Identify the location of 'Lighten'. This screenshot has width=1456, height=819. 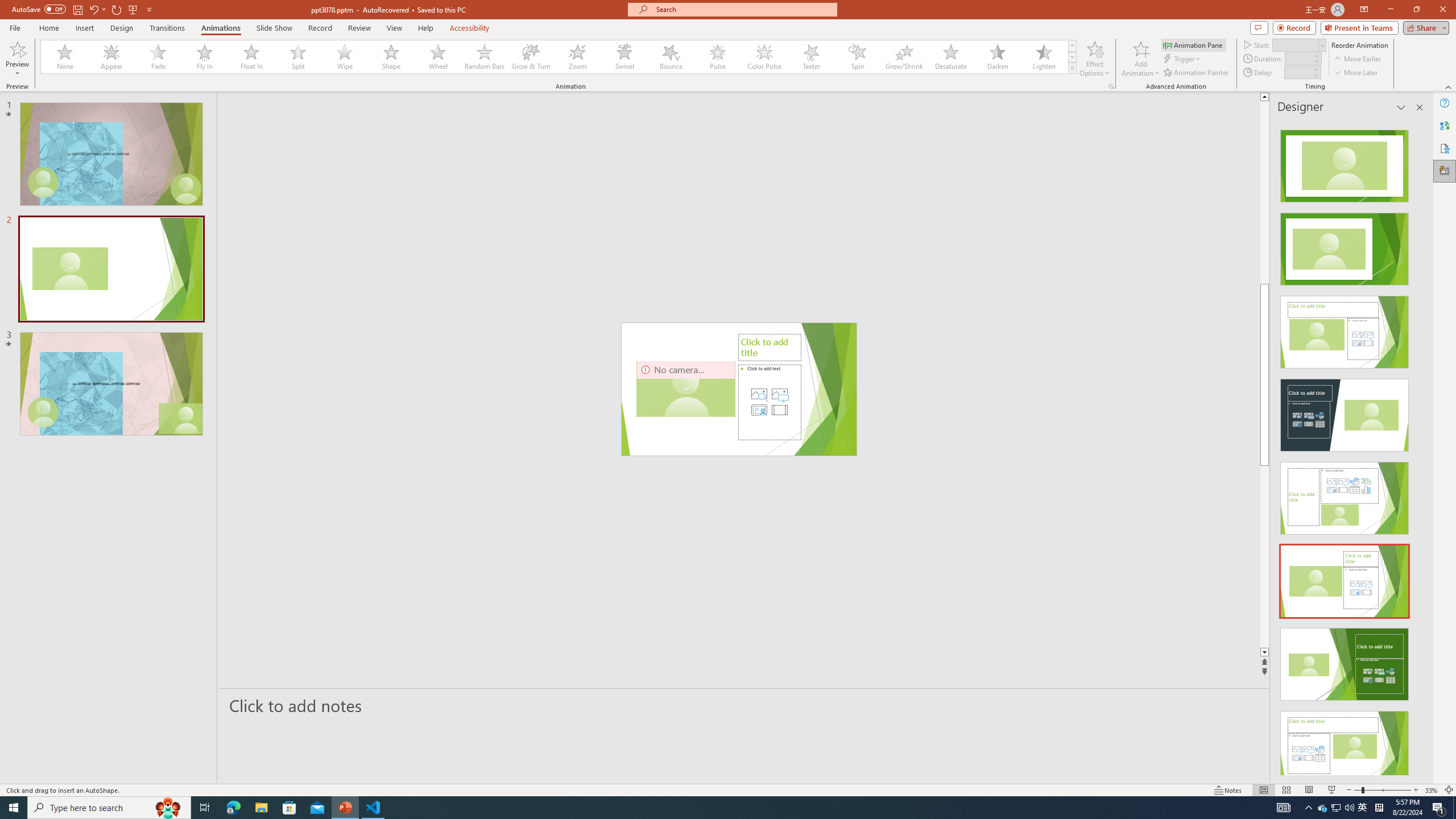
(1043, 56).